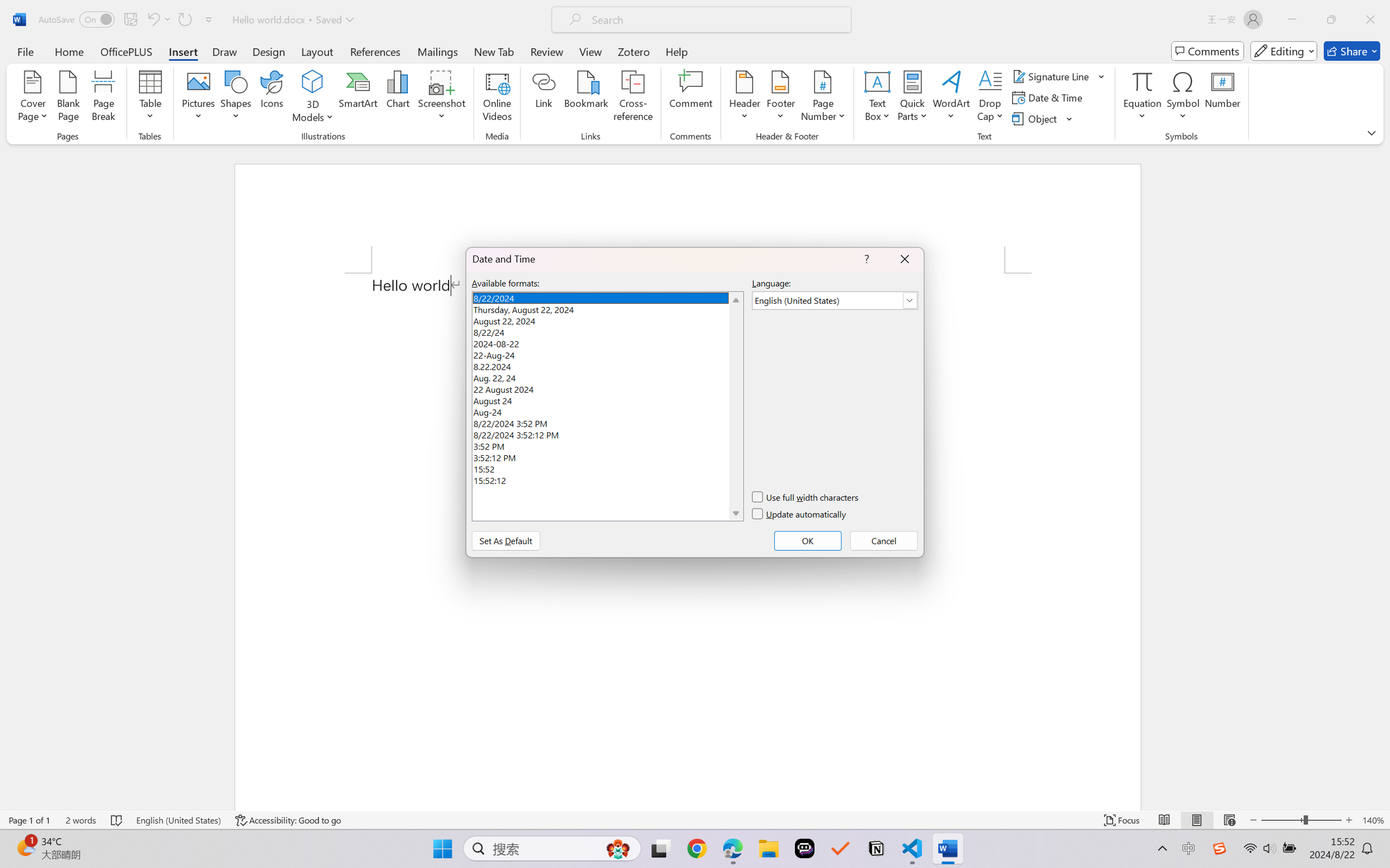  I want to click on 'Insert', so click(182, 51).